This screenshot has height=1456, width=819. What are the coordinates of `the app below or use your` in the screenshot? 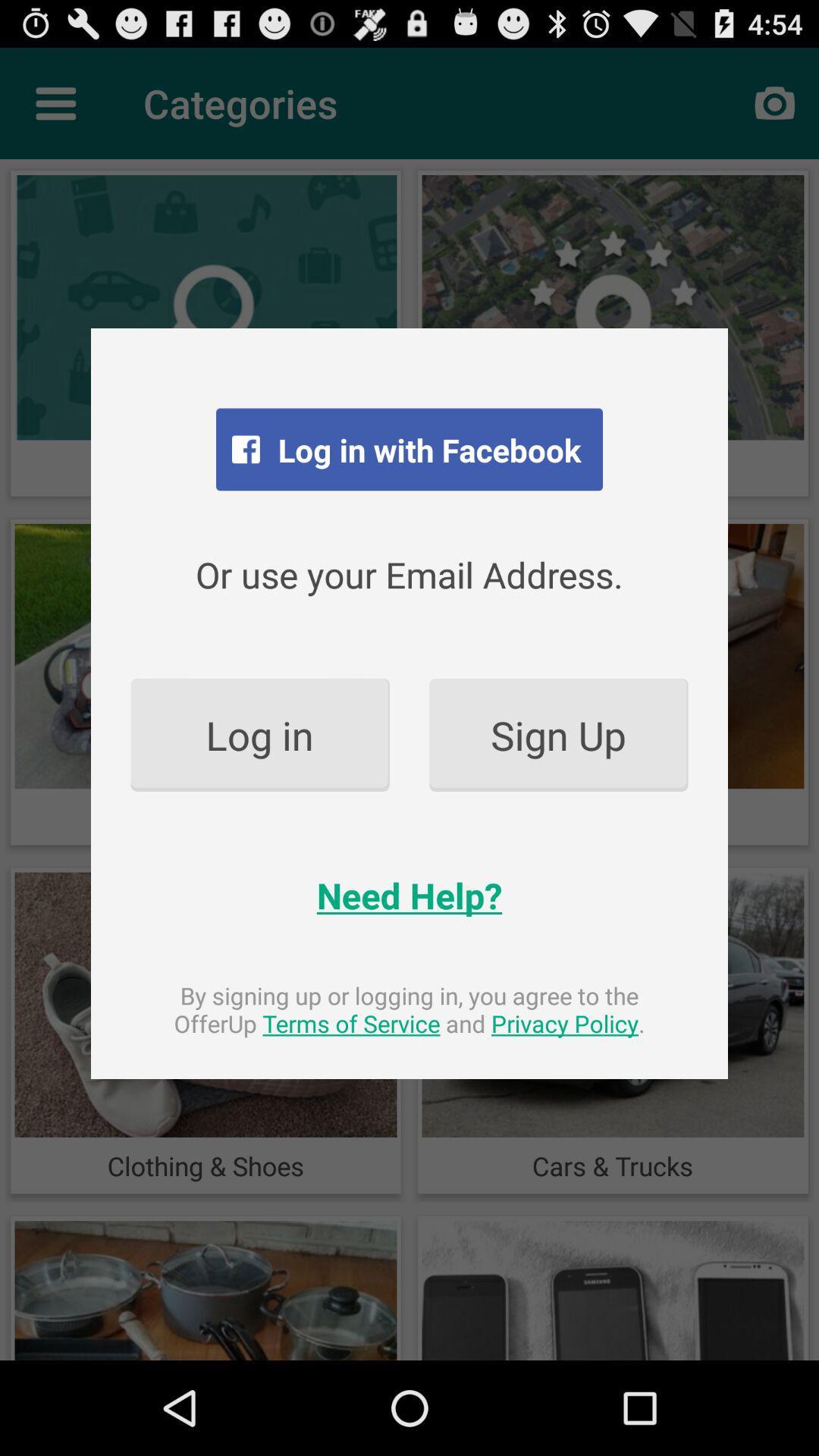 It's located at (558, 735).